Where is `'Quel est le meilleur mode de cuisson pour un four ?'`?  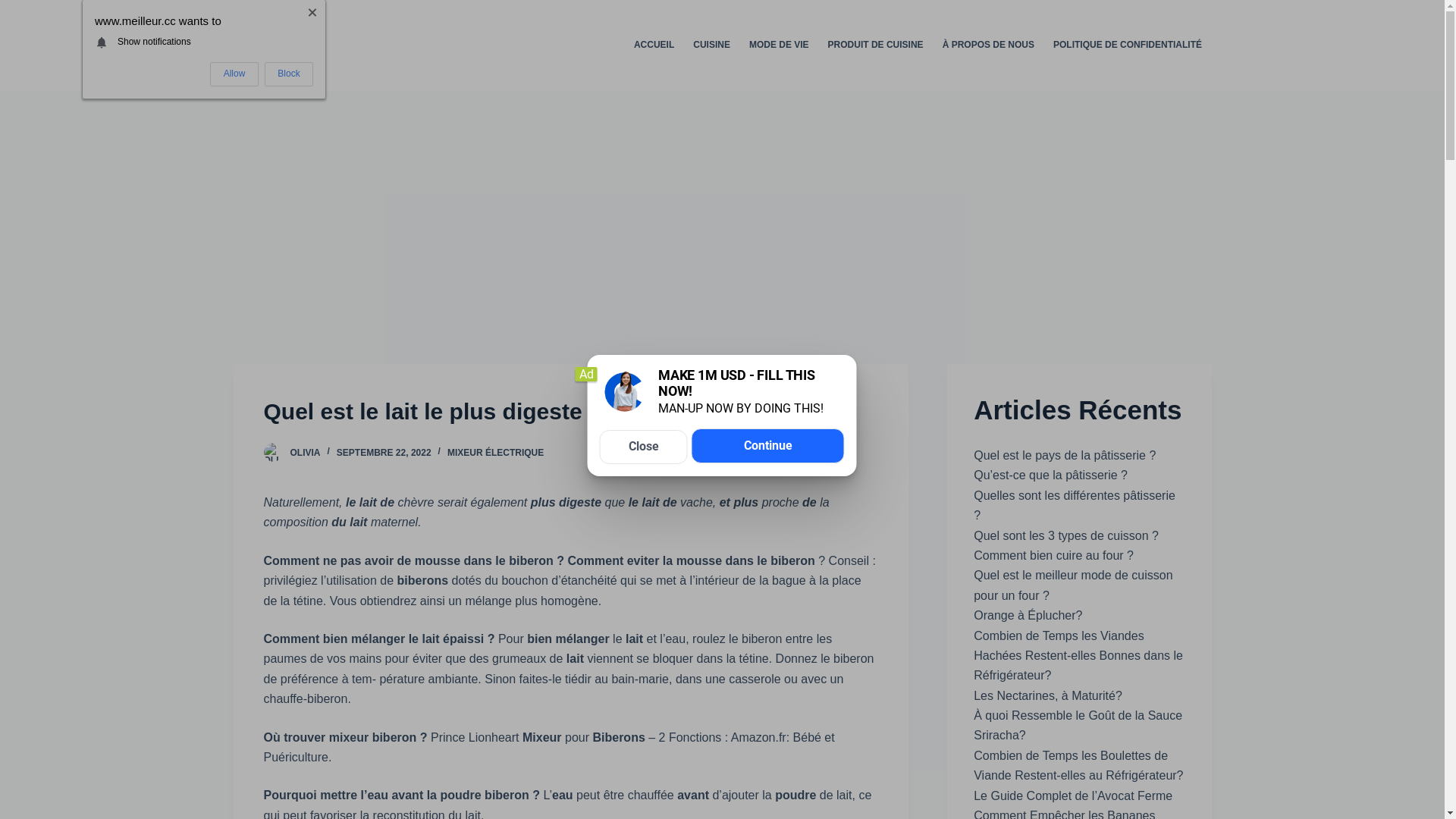
'Quel est le meilleur mode de cuisson pour un four ?' is located at coordinates (1072, 584).